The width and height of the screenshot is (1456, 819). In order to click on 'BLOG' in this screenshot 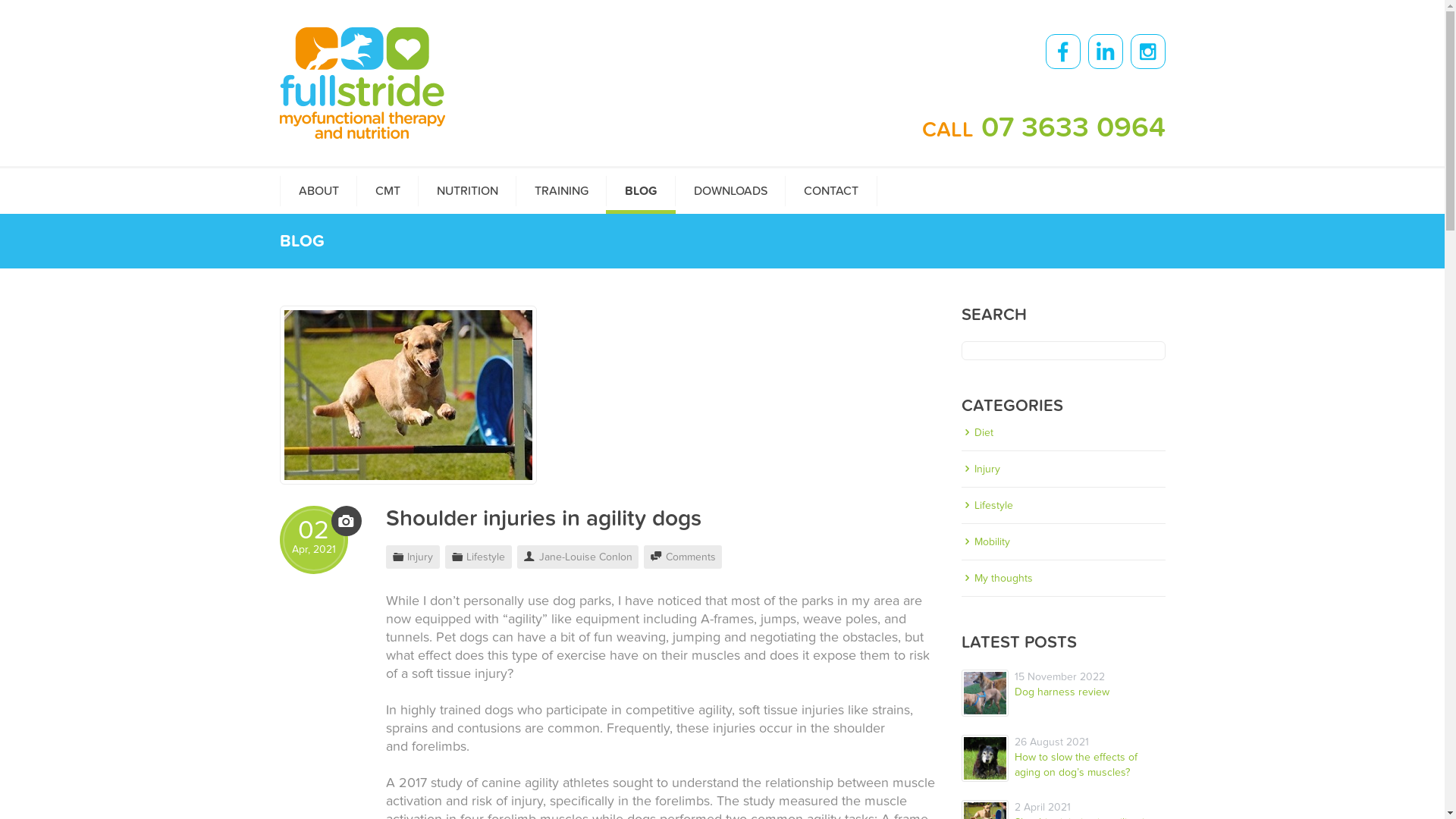, I will do `click(604, 190)`.